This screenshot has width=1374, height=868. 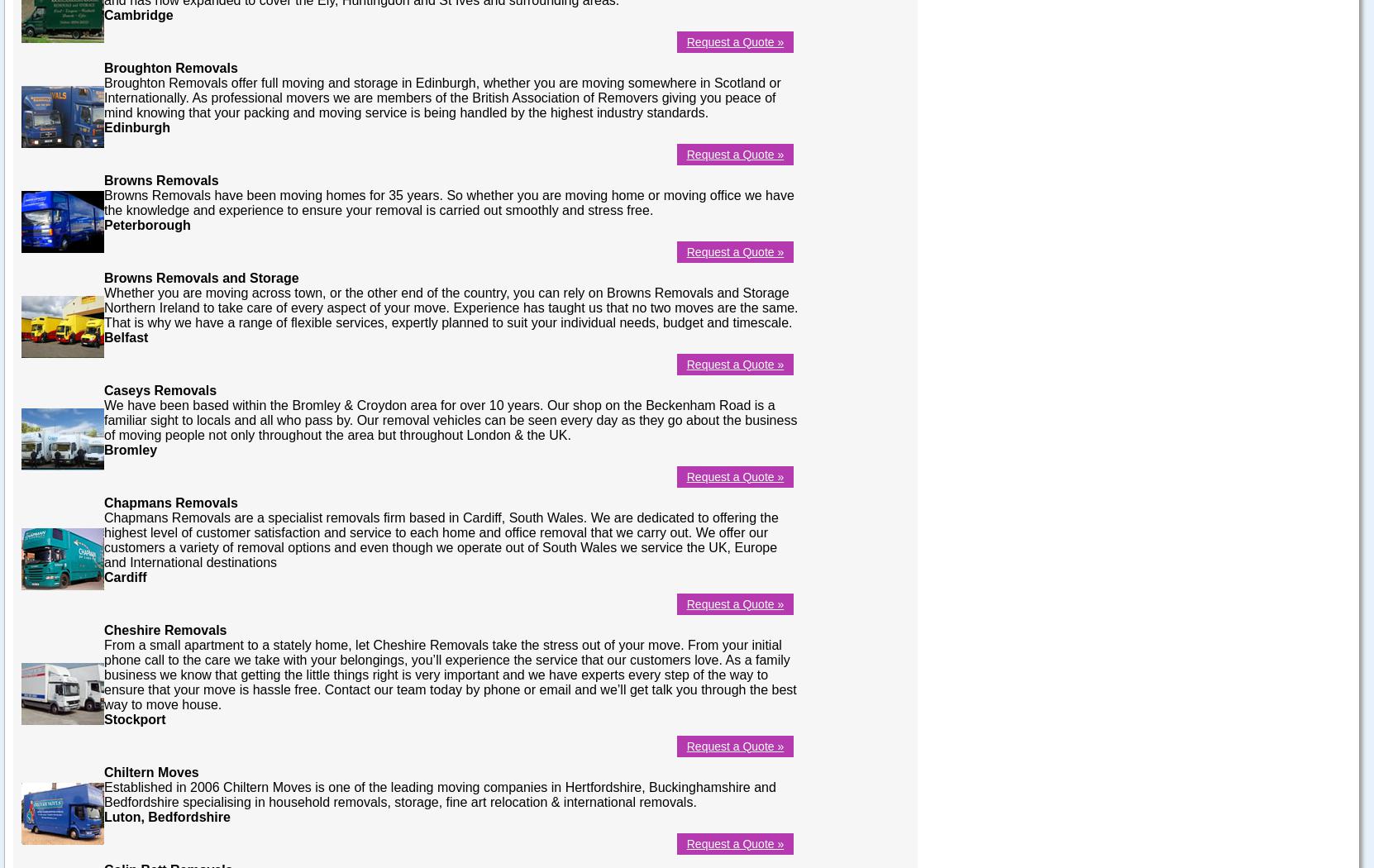 What do you see at coordinates (137, 14) in the screenshot?
I see `'Cambridge'` at bounding box center [137, 14].